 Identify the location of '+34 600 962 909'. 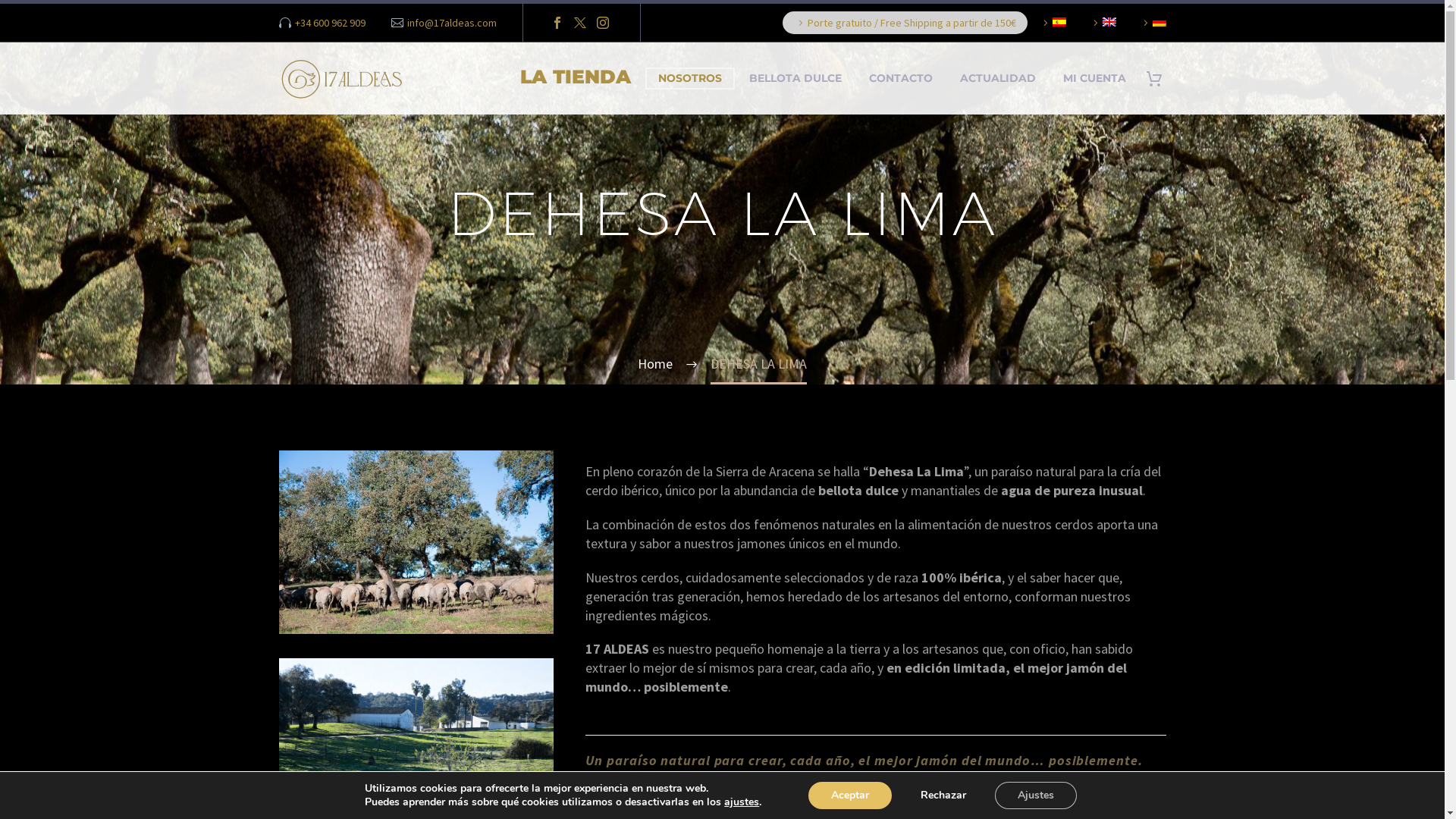
(294, 23).